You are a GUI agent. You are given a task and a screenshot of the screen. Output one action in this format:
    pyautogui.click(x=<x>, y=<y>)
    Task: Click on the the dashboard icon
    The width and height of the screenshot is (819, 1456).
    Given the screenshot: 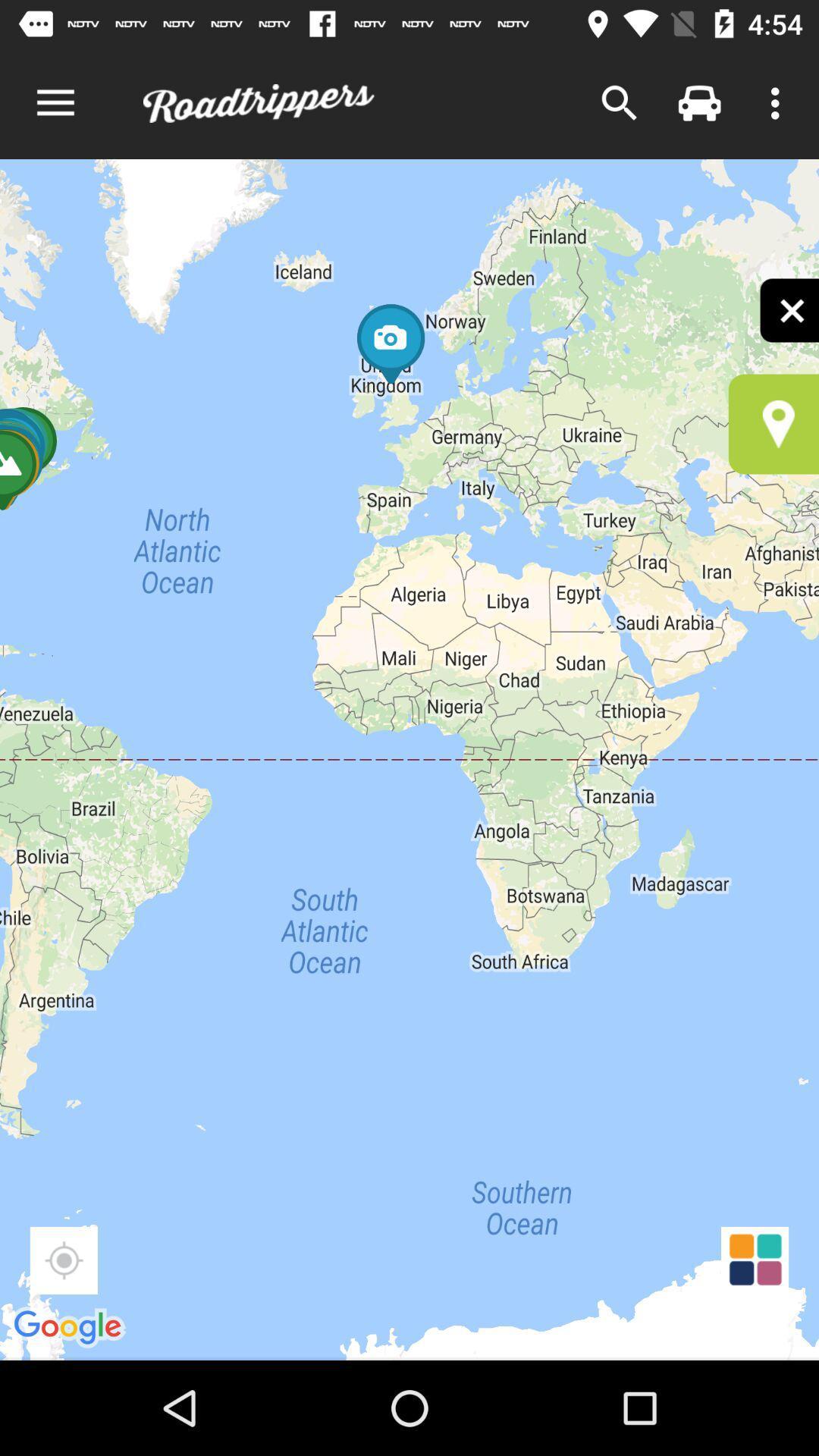 What is the action you would take?
    pyautogui.click(x=755, y=1260)
    